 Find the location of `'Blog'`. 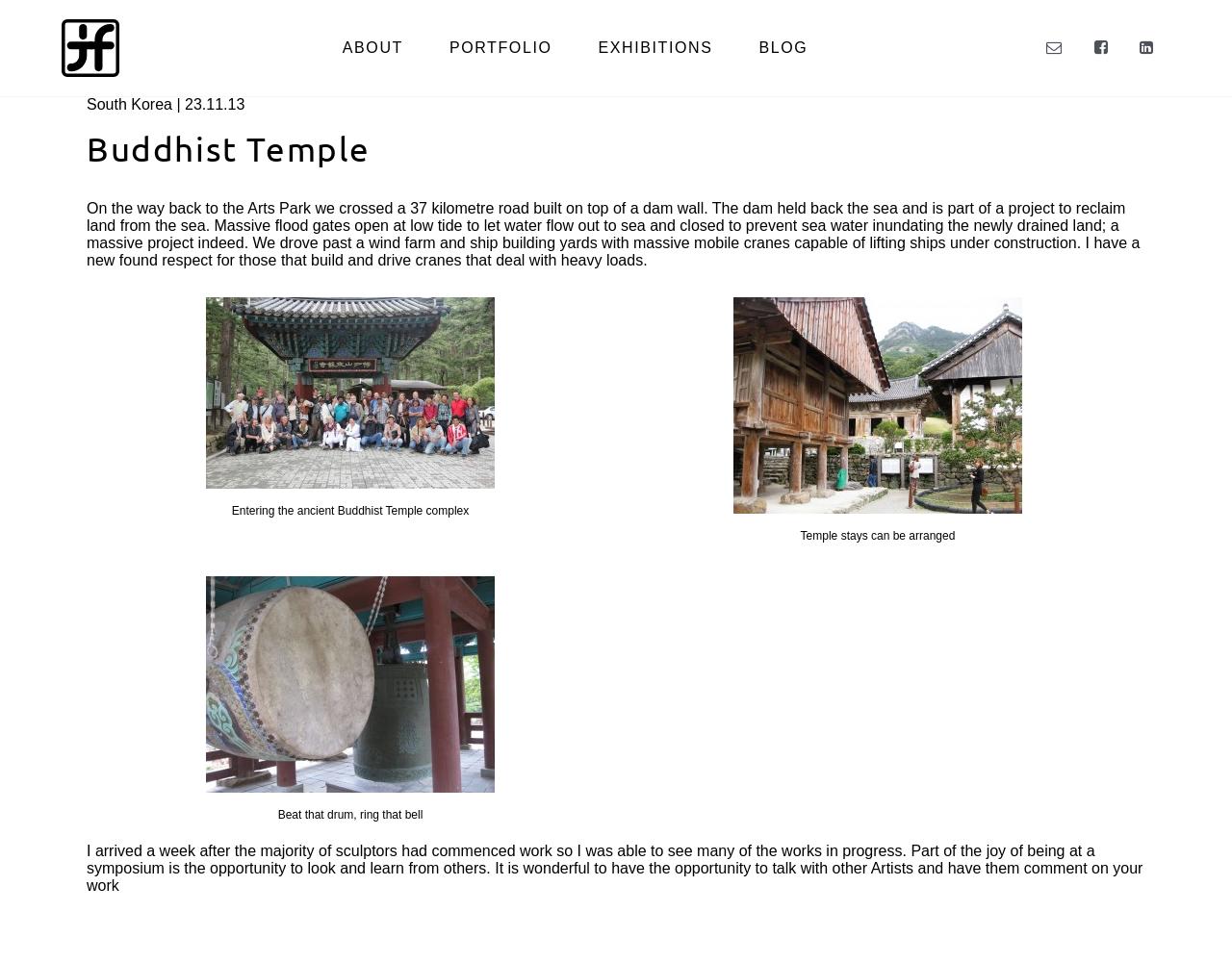

'Blog' is located at coordinates (783, 47).